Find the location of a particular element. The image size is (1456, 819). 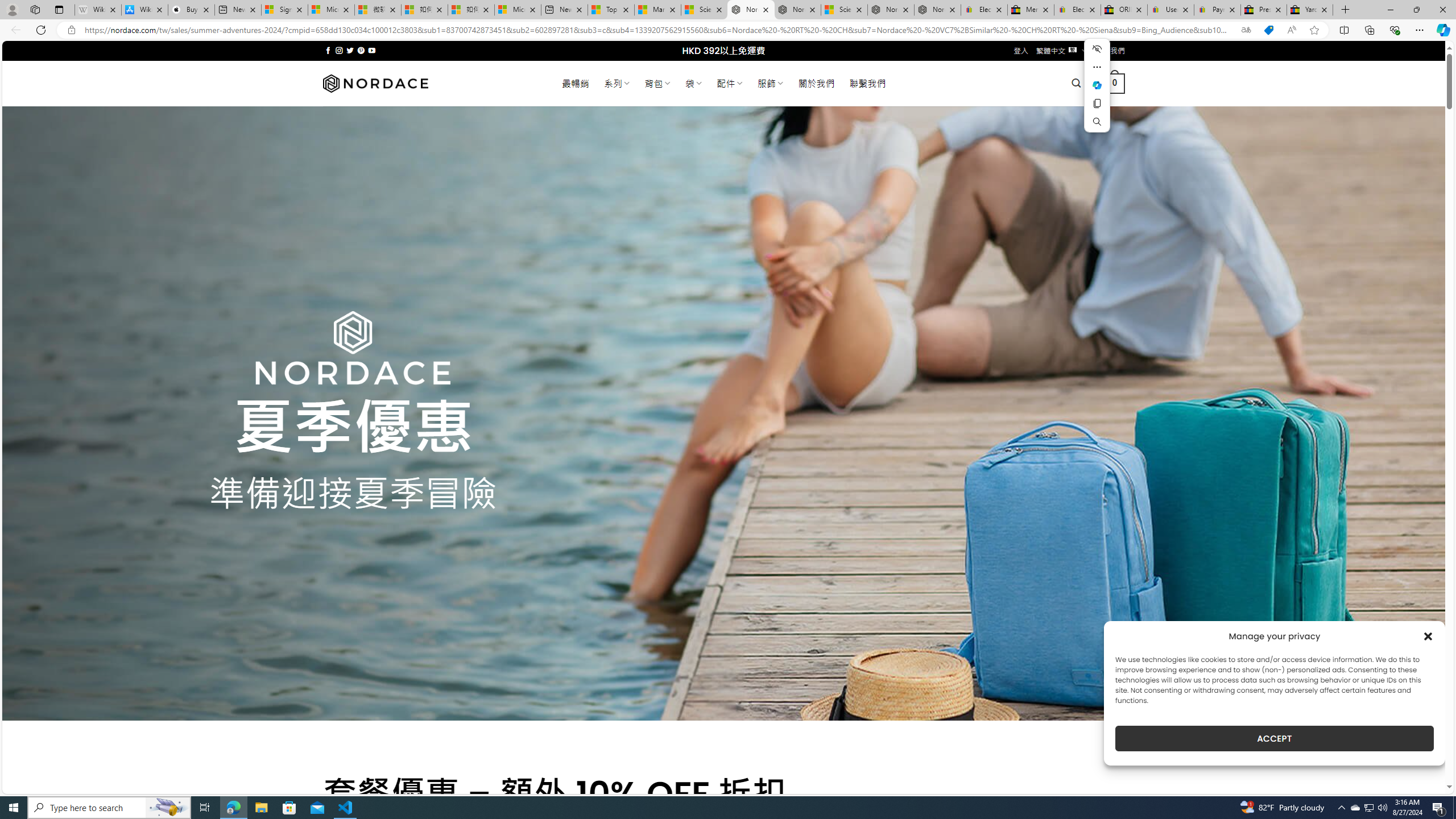

'Yard, Garden & Outdoor Living' is located at coordinates (1309, 9).